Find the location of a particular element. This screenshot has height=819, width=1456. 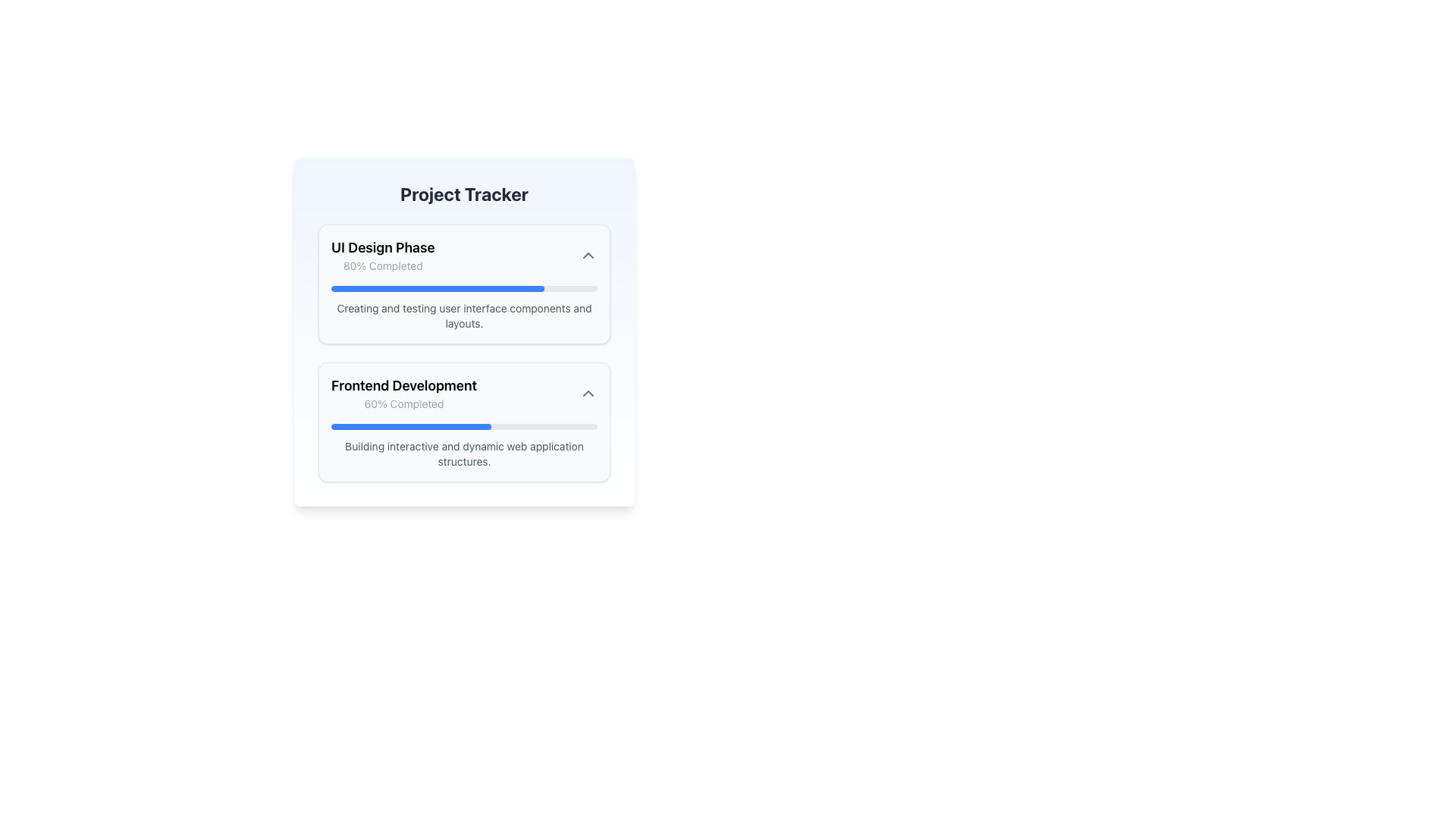

progress percentage from the text label located below the 'UI Design Phase' header in the 'UI Design Phase' card of the 'Project Tracker' is located at coordinates (383, 265).